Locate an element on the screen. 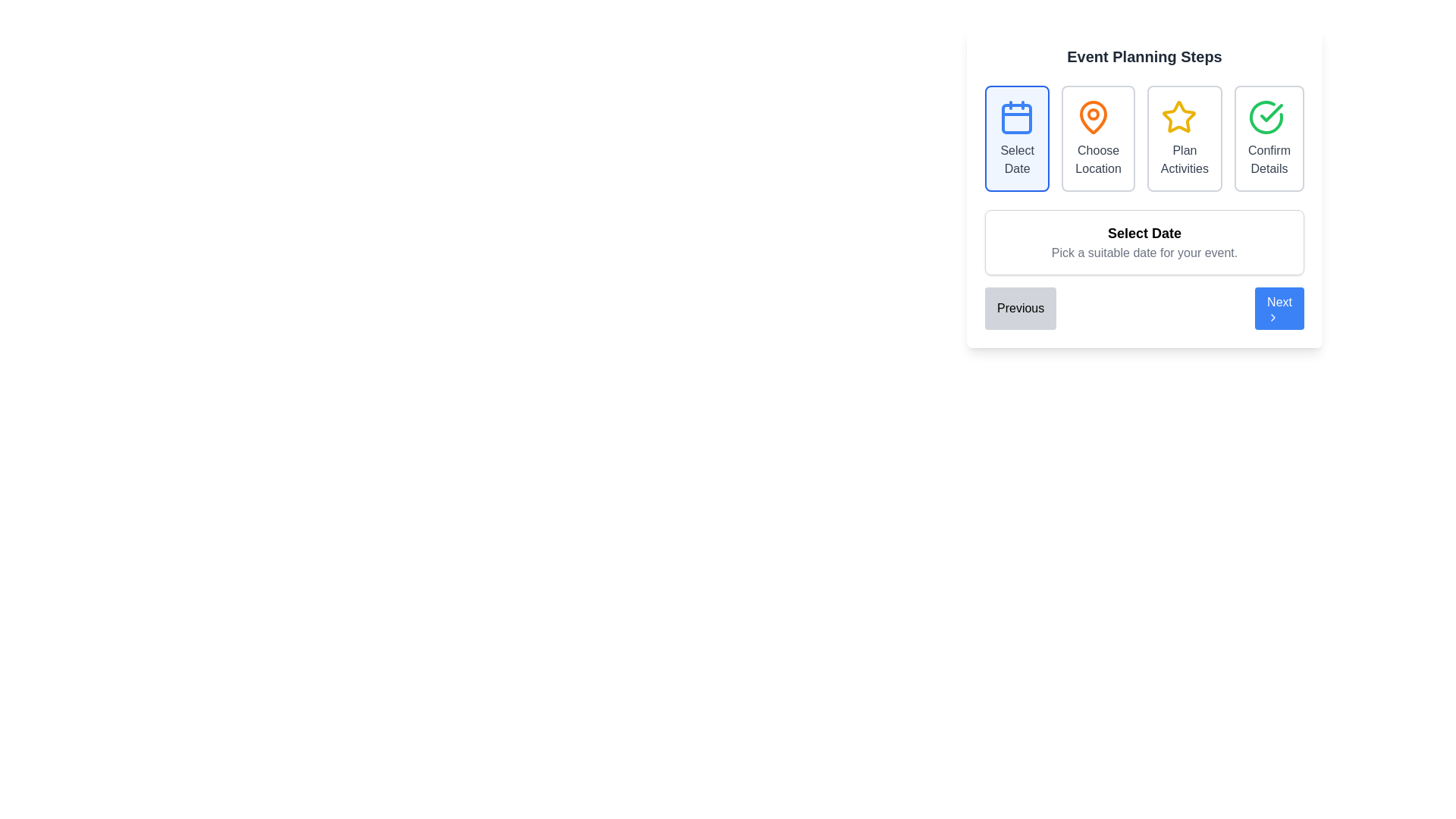 The height and width of the screenshot is (819, 1456). the rightmost icon in the sequence of four step icons at the top of the 'Event Planning Steps' interface to interact with the step of confirming details is located at coordinates (1266, 116).